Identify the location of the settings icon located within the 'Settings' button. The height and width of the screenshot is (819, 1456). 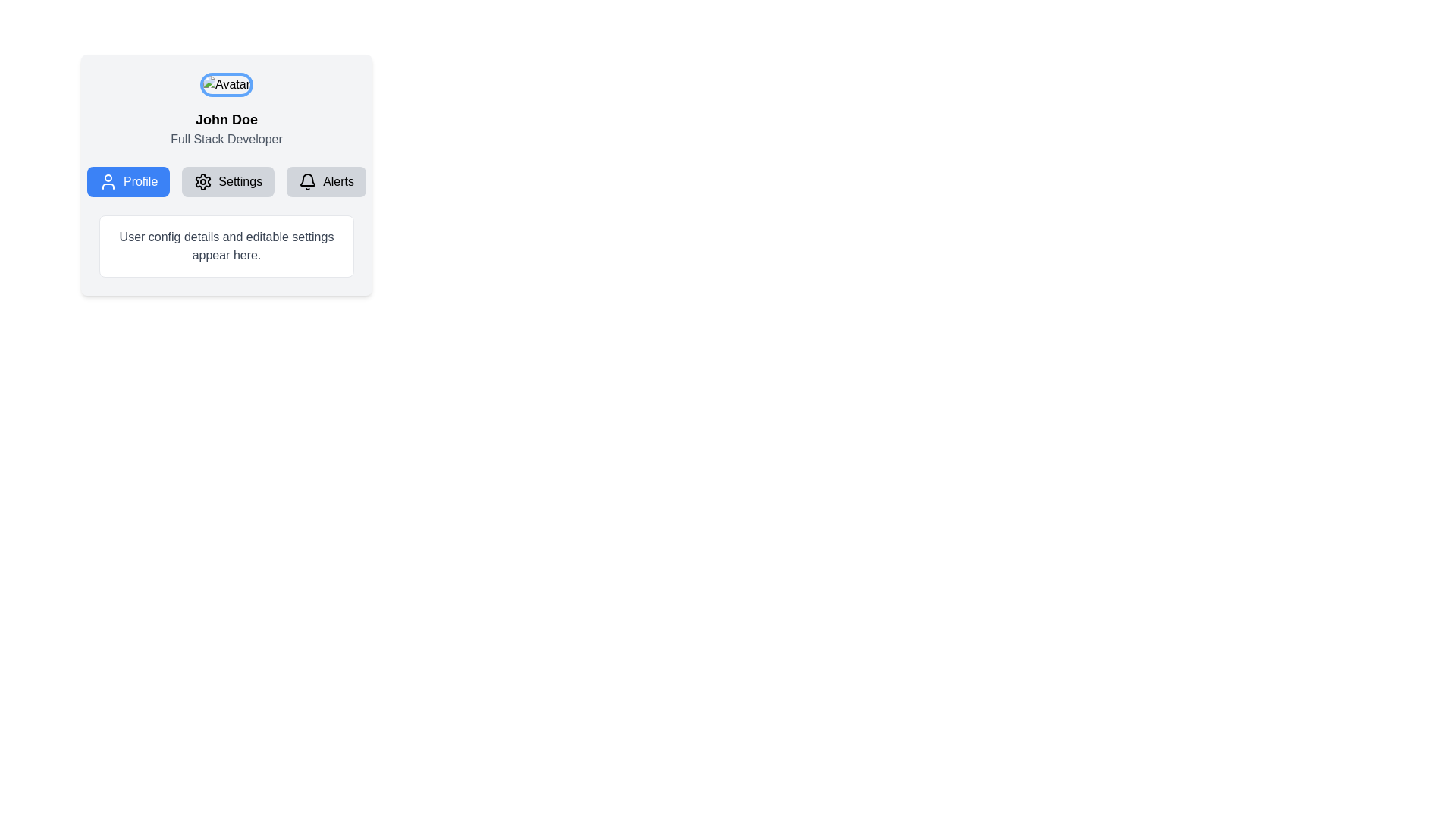
(202, 180).